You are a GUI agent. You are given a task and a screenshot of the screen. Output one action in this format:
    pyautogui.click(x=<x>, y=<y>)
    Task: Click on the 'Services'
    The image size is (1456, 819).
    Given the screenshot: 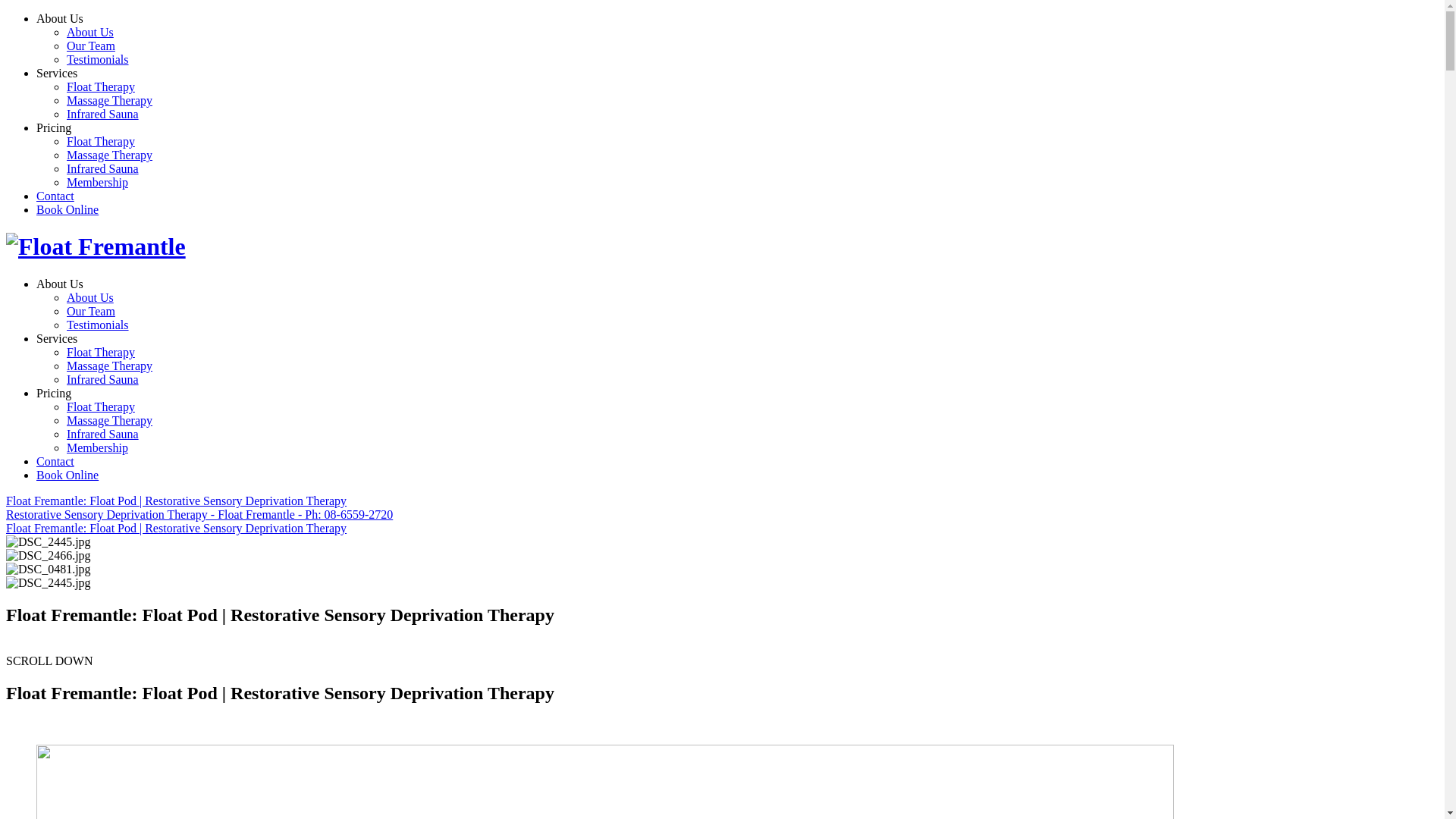 What is the action you would take?
    pyautogui.click(x=57, y=73)
    